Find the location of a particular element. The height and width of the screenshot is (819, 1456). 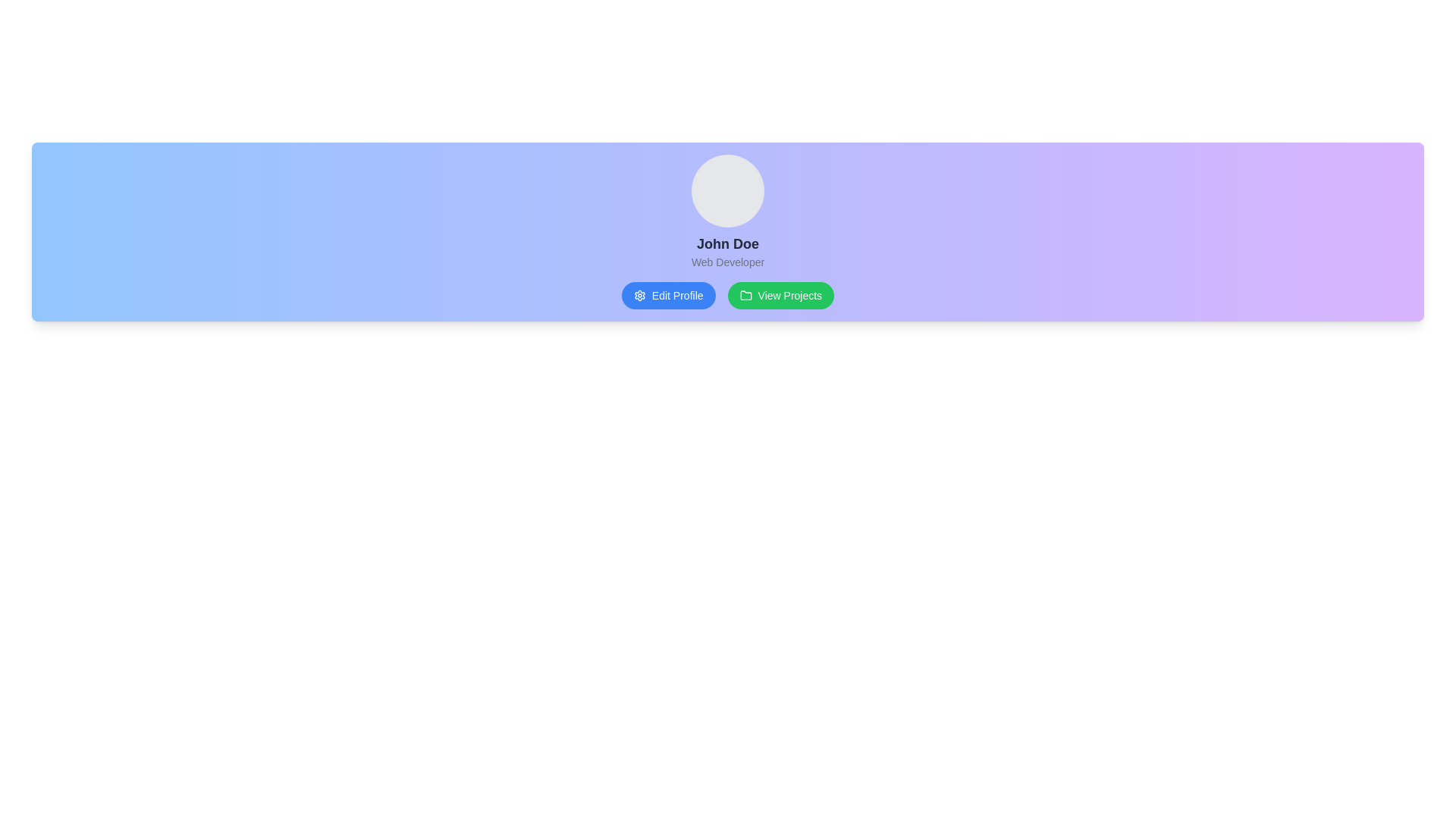

the folder icon within the 'View Projects' green button, which is located to the right of the 'Edit Profile' blue button on the user profile card for 'John Doe' is located at coordinates (745, 295).